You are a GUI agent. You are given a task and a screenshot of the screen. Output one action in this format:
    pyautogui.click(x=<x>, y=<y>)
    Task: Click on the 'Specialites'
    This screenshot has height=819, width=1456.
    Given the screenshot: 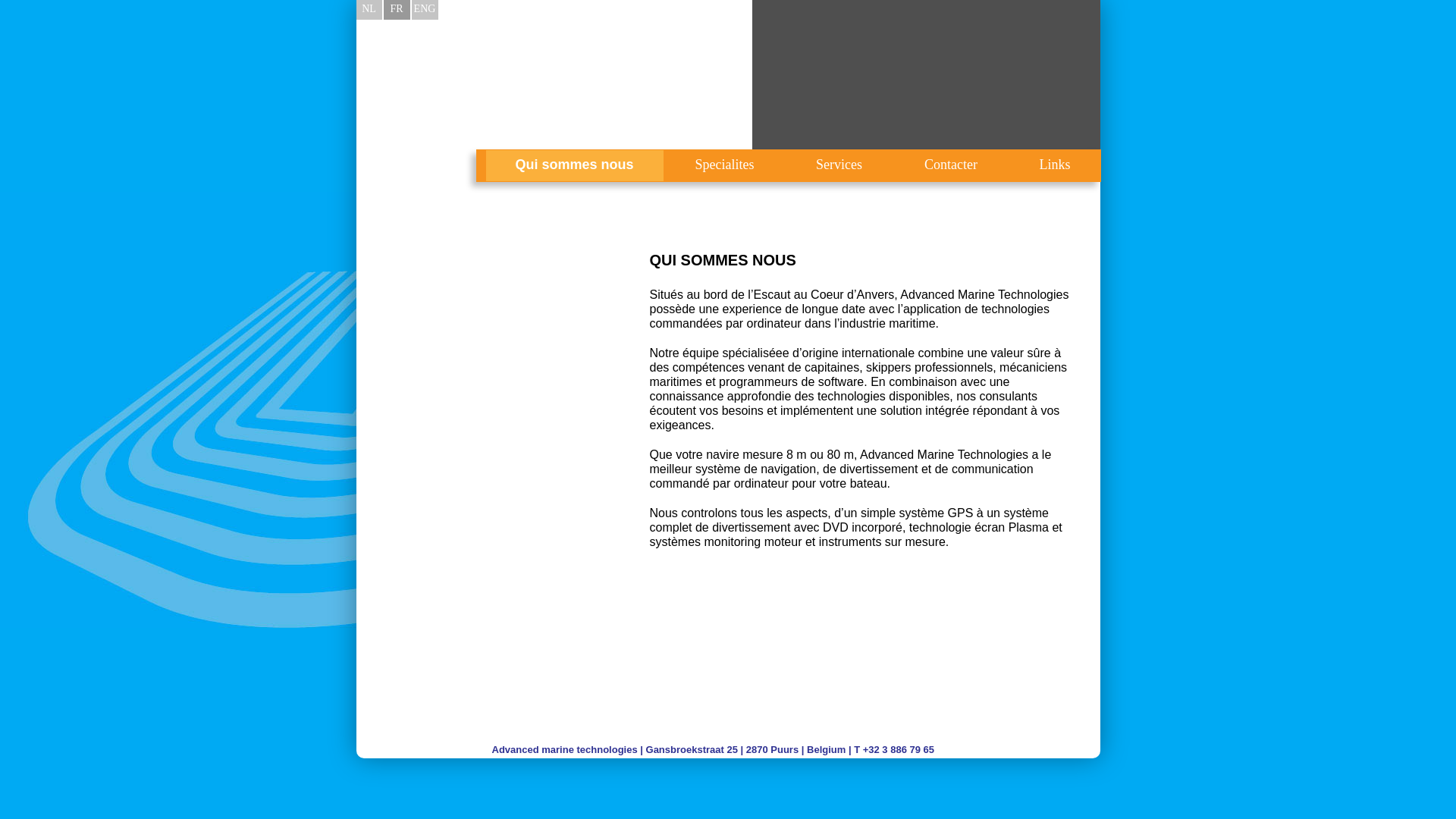 What is the action you would take?
    pyautogui.click(x=723, y=165)
    